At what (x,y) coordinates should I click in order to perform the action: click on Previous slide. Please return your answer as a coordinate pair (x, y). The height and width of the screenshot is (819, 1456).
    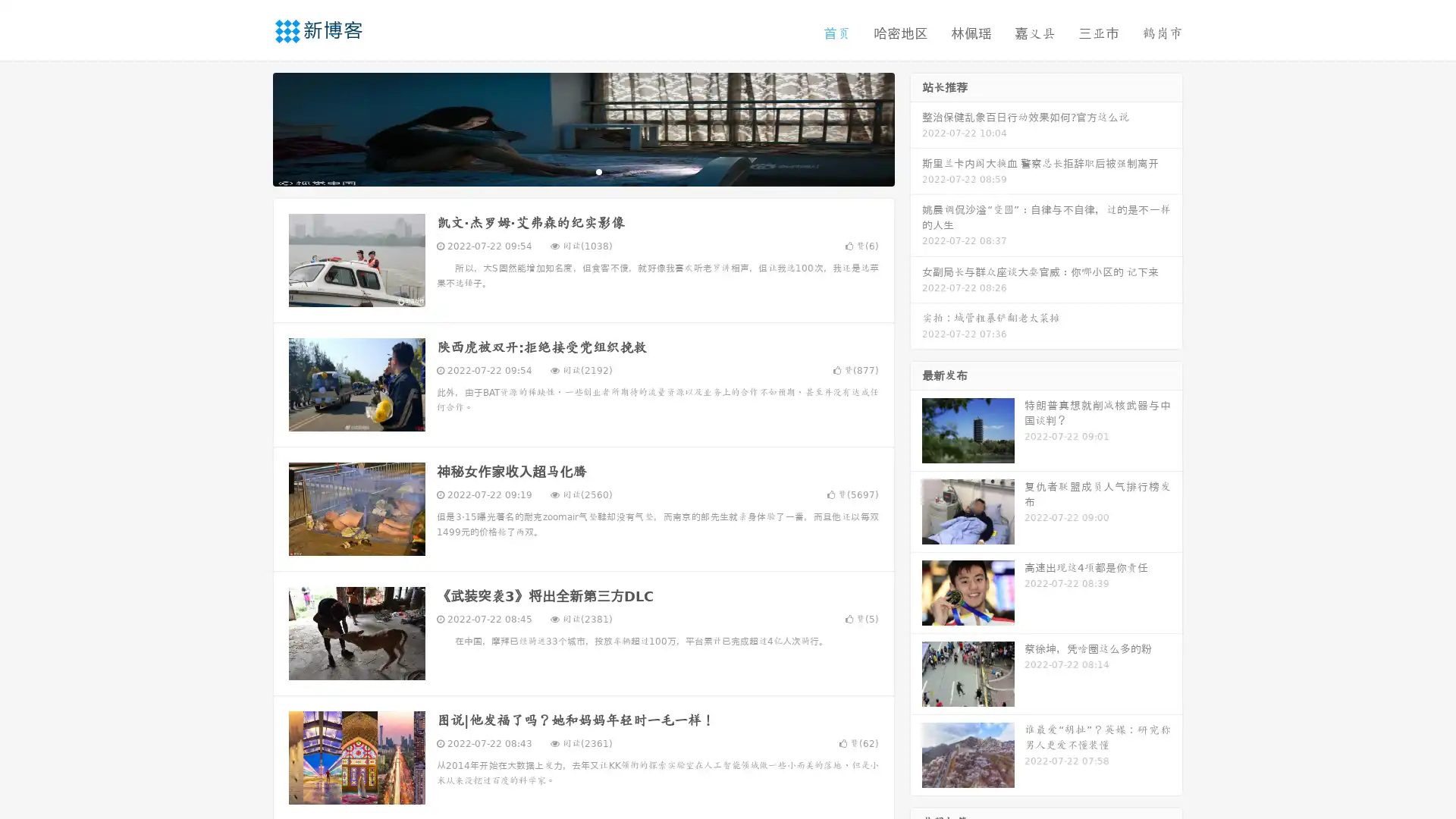
    Looking at the image, I should click on (250, 127).